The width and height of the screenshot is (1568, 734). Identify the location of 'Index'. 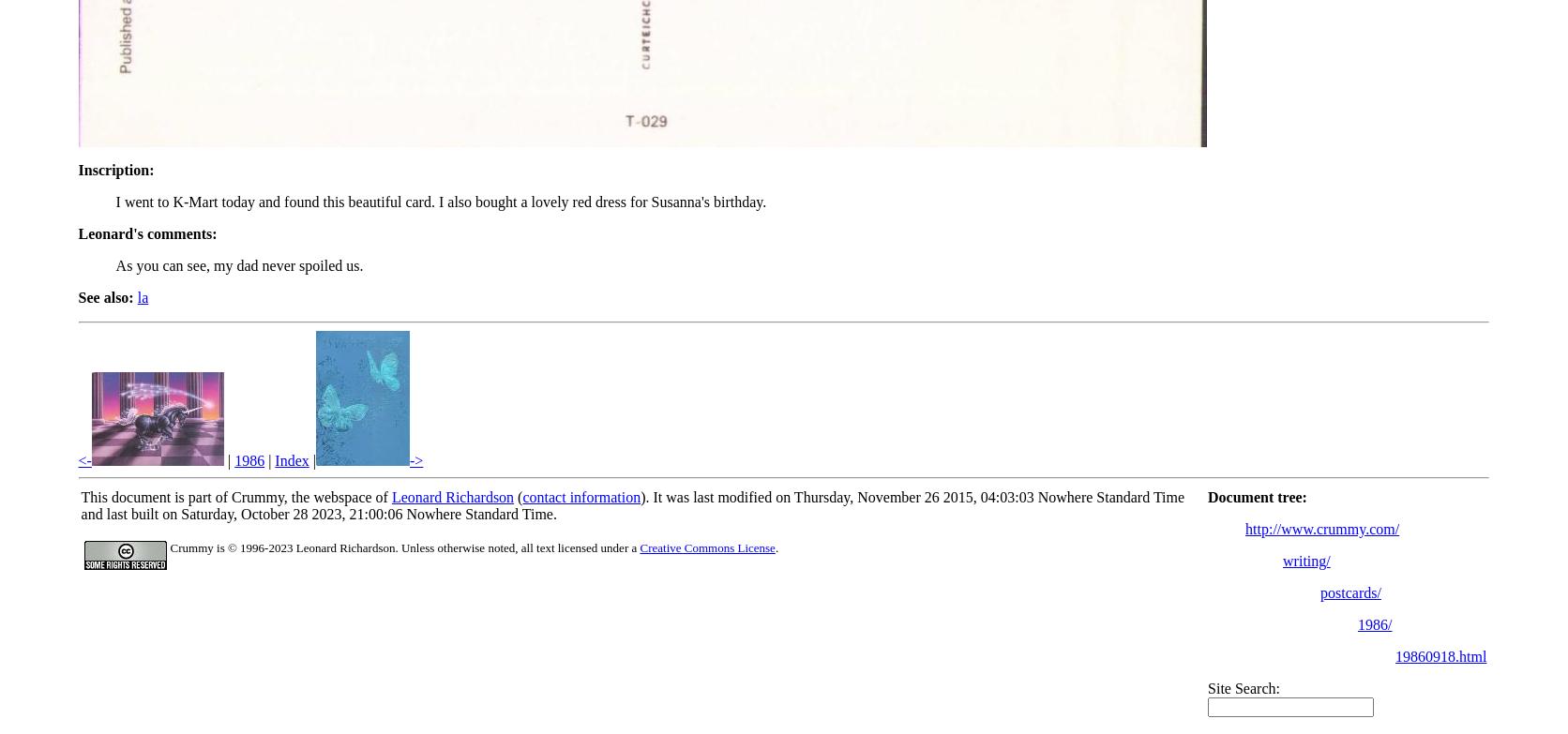
(291, 459).